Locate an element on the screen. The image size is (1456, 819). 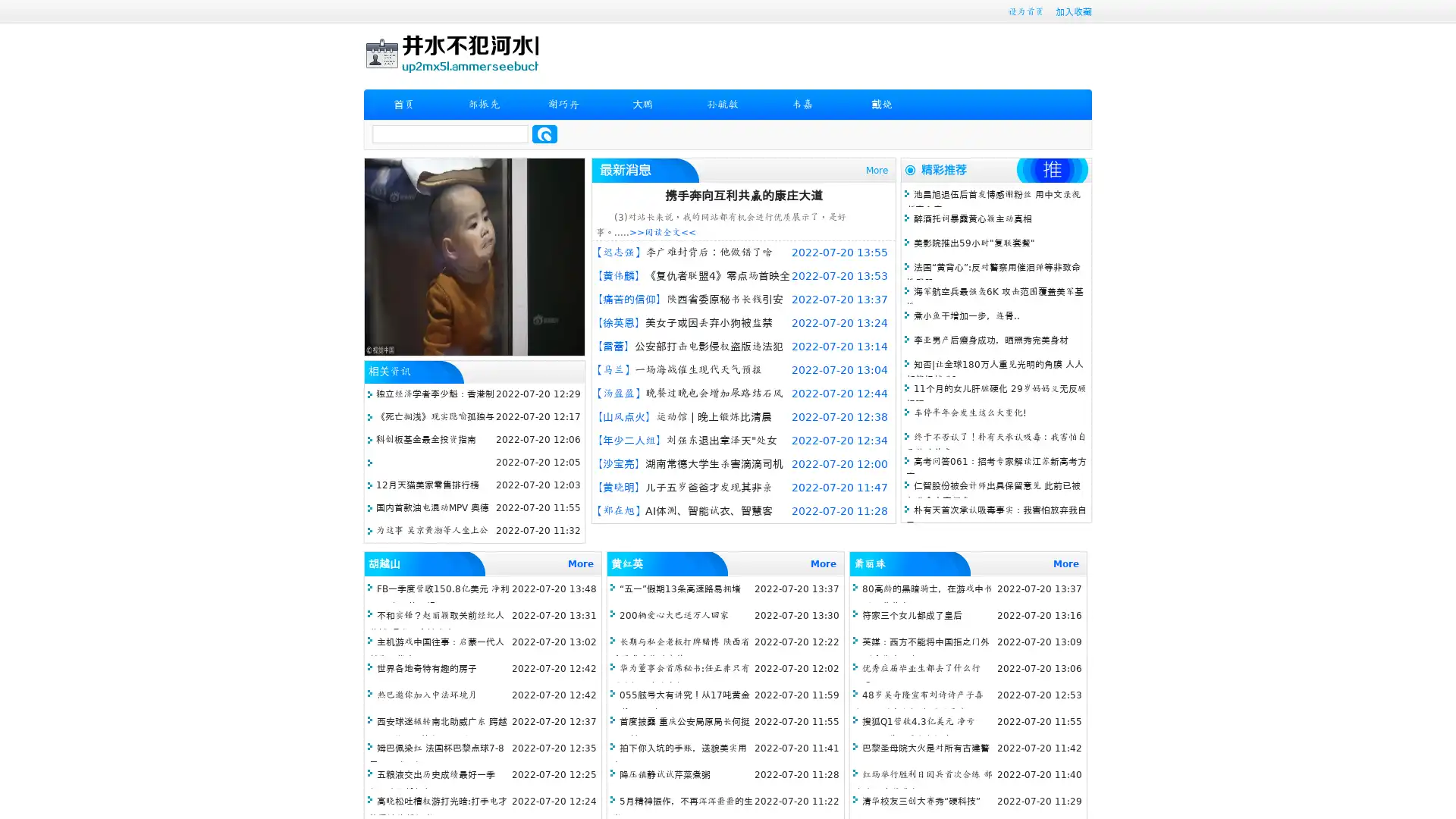
Search is located at coordinates (544, 133).